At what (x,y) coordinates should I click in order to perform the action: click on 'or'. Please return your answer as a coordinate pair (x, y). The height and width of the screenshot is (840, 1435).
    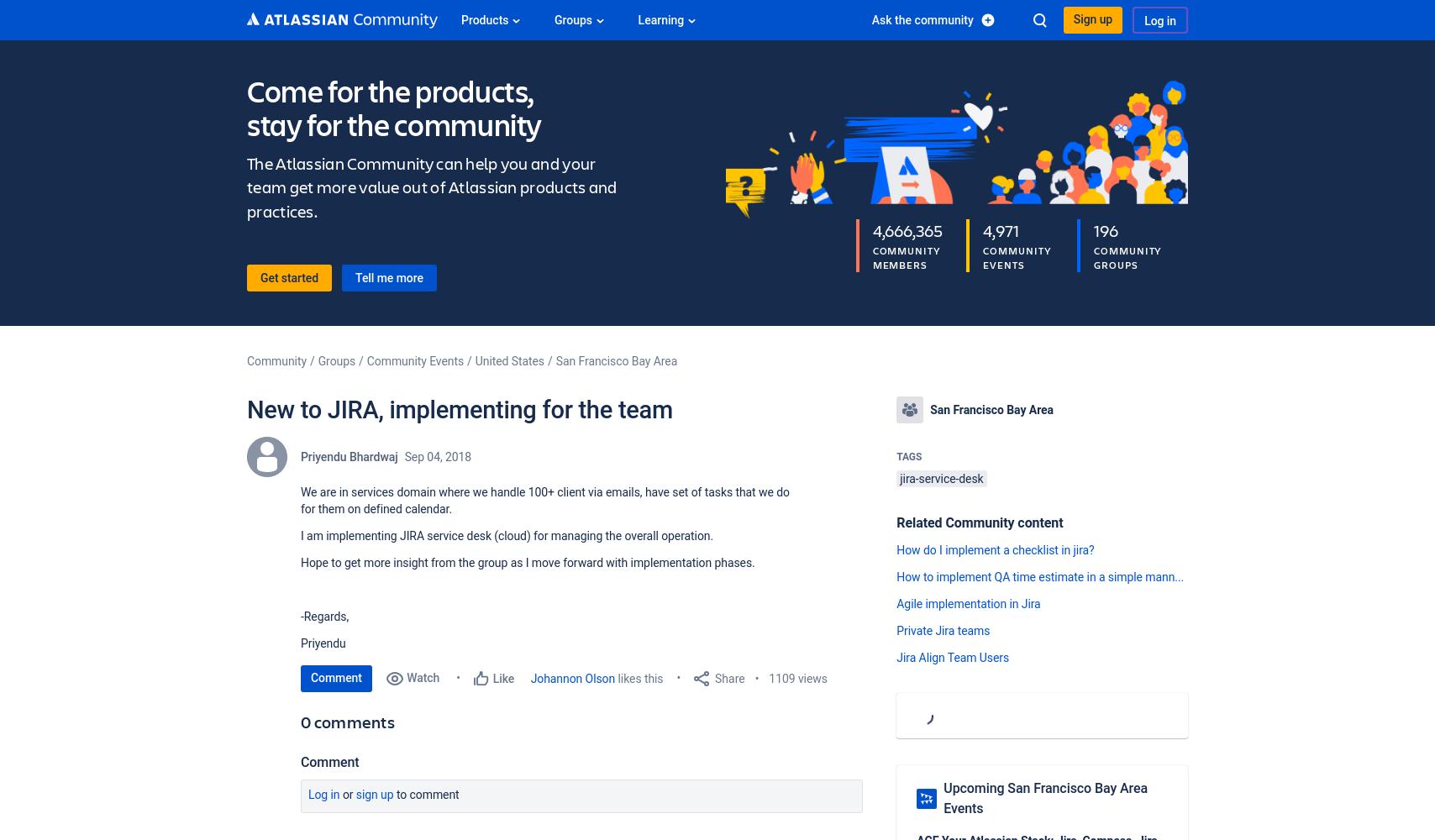
    Looking at the image, I should click on (347, 794).